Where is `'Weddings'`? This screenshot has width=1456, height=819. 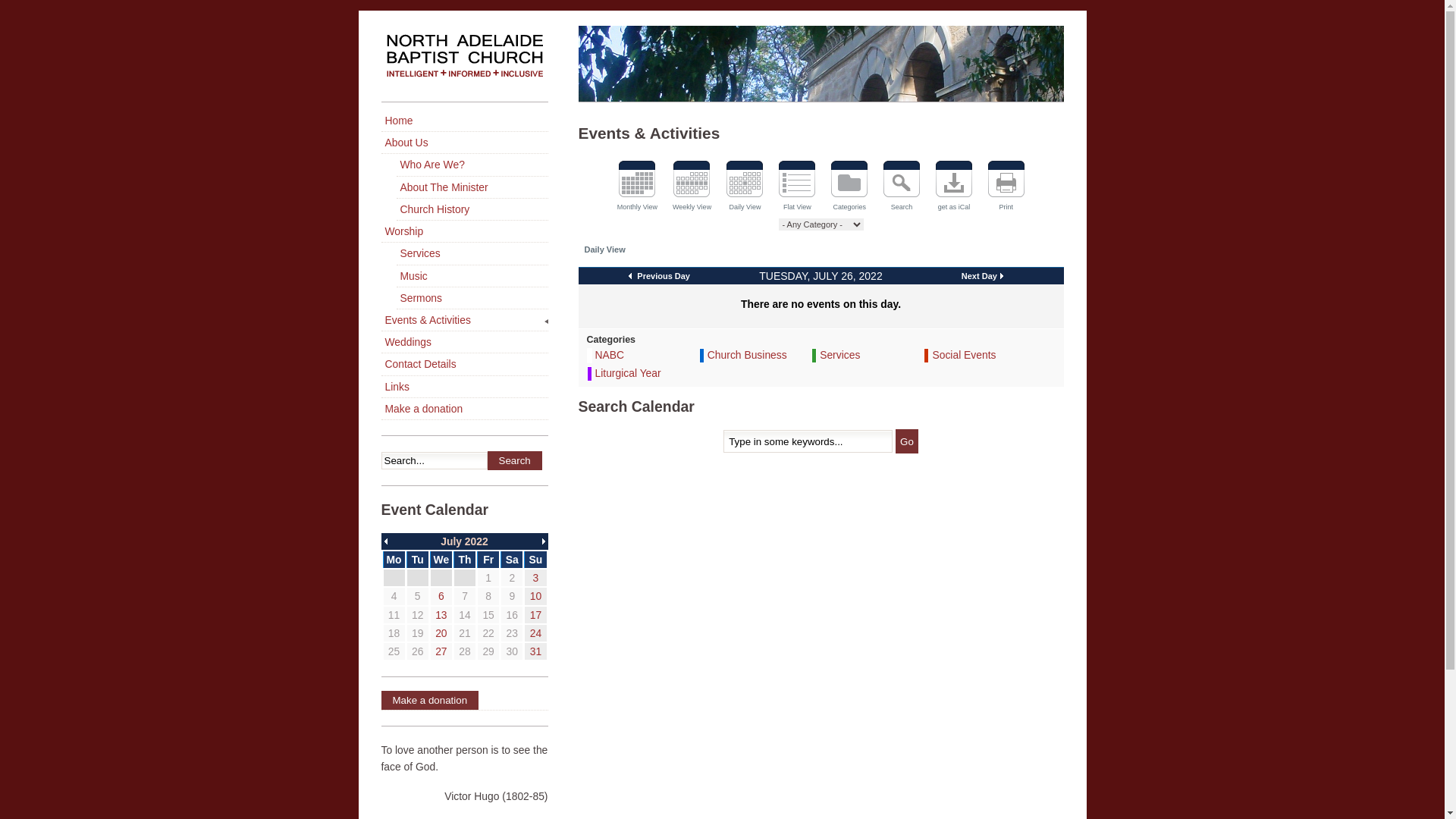 'Weddings' is located at coordinates (463, 342).